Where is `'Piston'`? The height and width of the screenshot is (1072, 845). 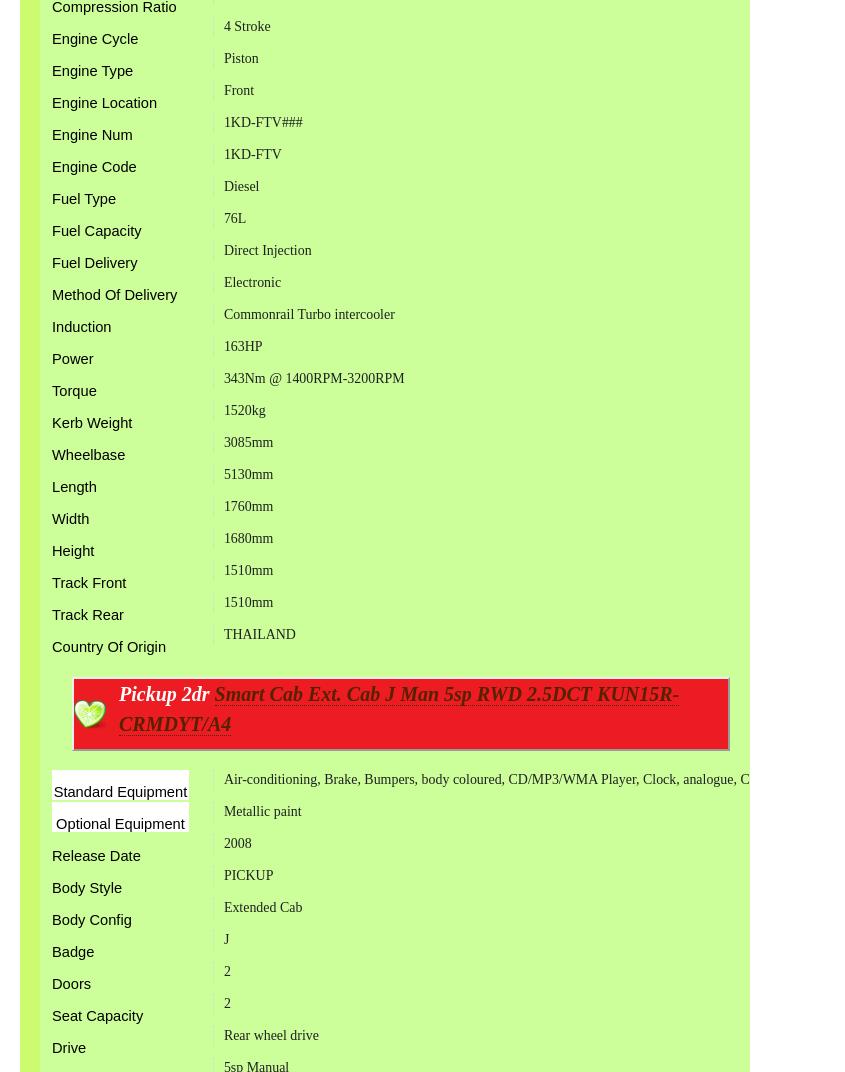
'Piston' is located at coordinates (239, 57).